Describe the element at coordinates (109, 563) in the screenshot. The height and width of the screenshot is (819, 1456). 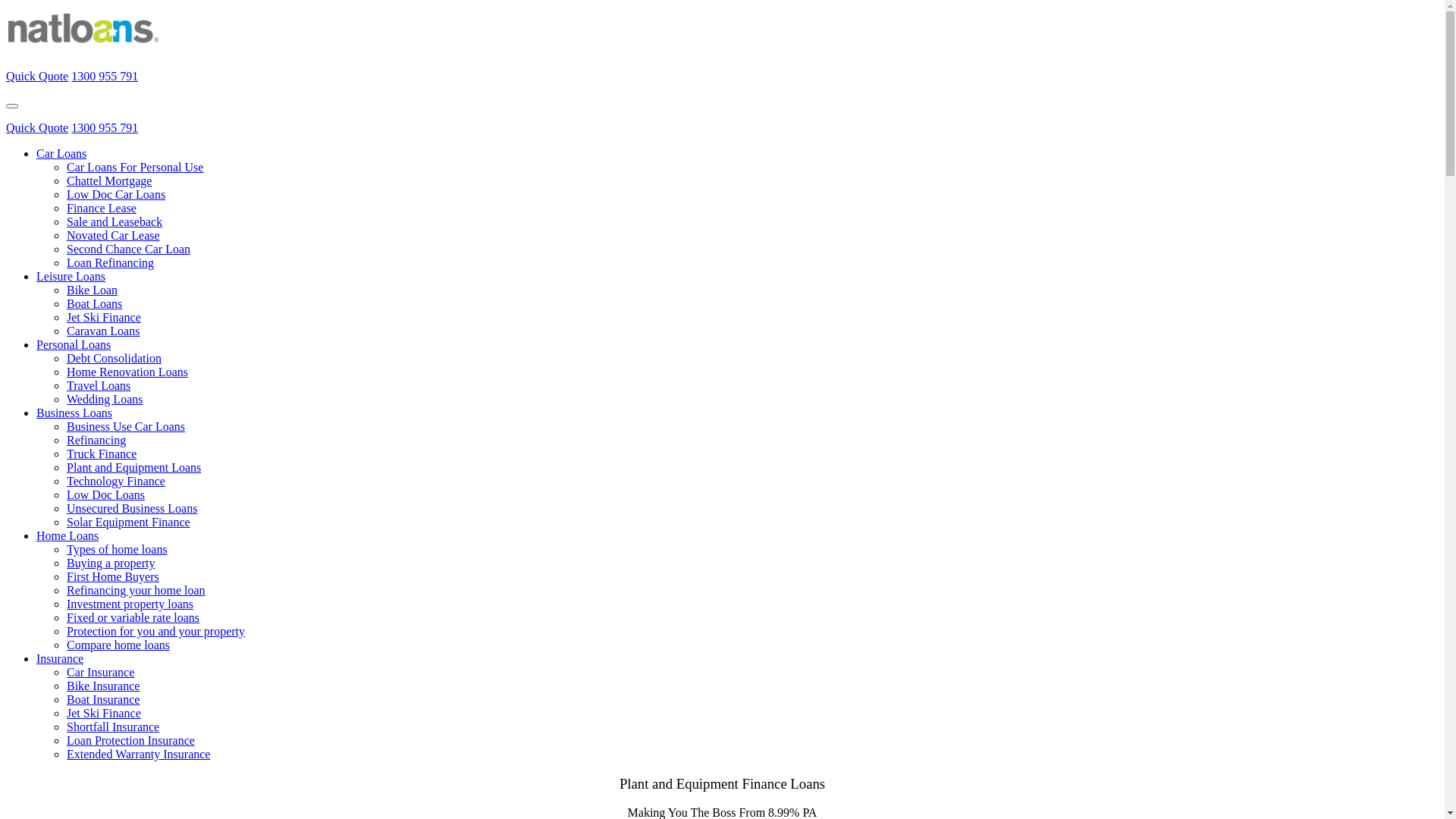
I see `'Buying a property'` at that location.